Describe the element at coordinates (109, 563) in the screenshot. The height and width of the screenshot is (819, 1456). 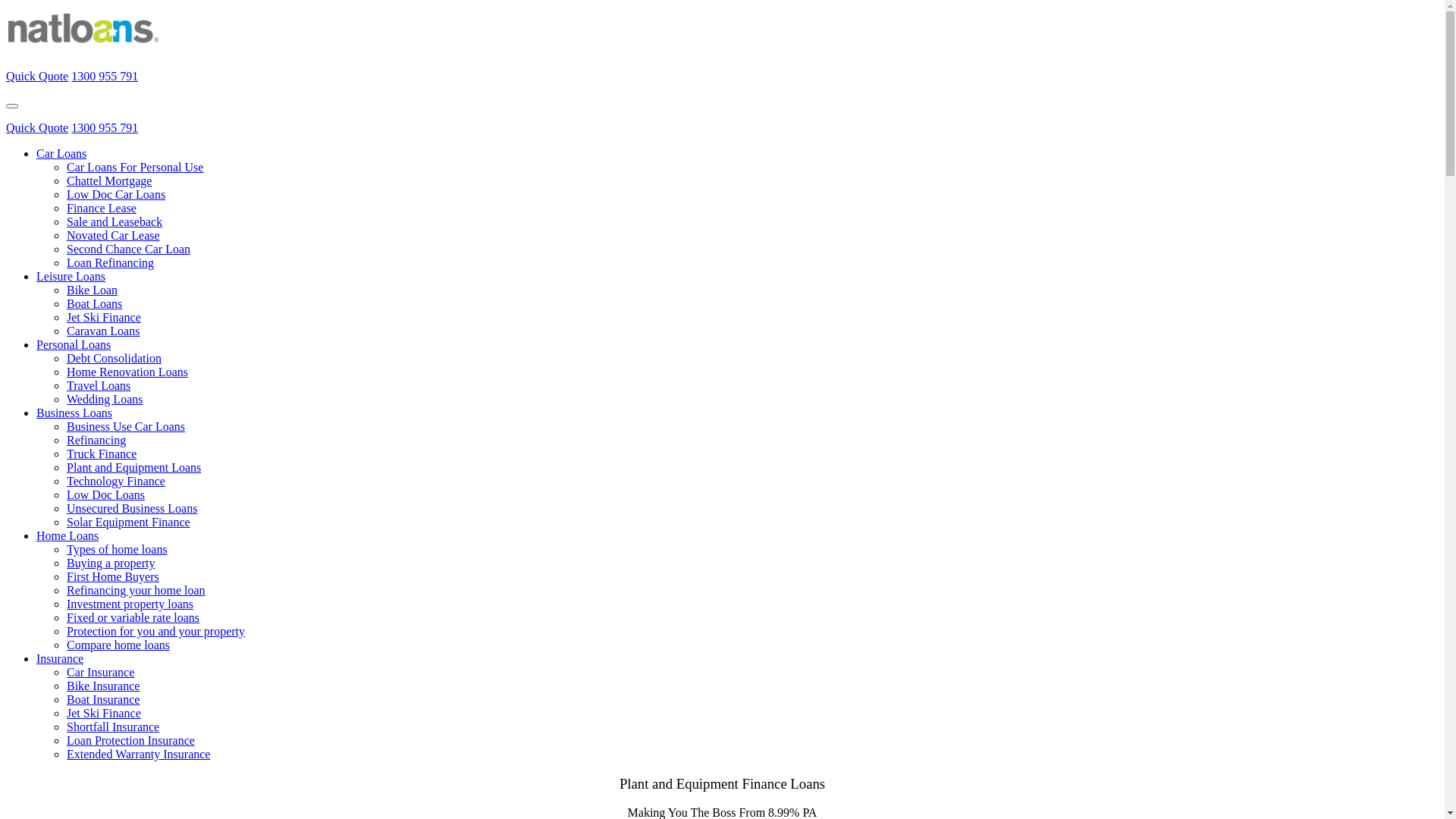
I see `'Buying a property'` at that location.